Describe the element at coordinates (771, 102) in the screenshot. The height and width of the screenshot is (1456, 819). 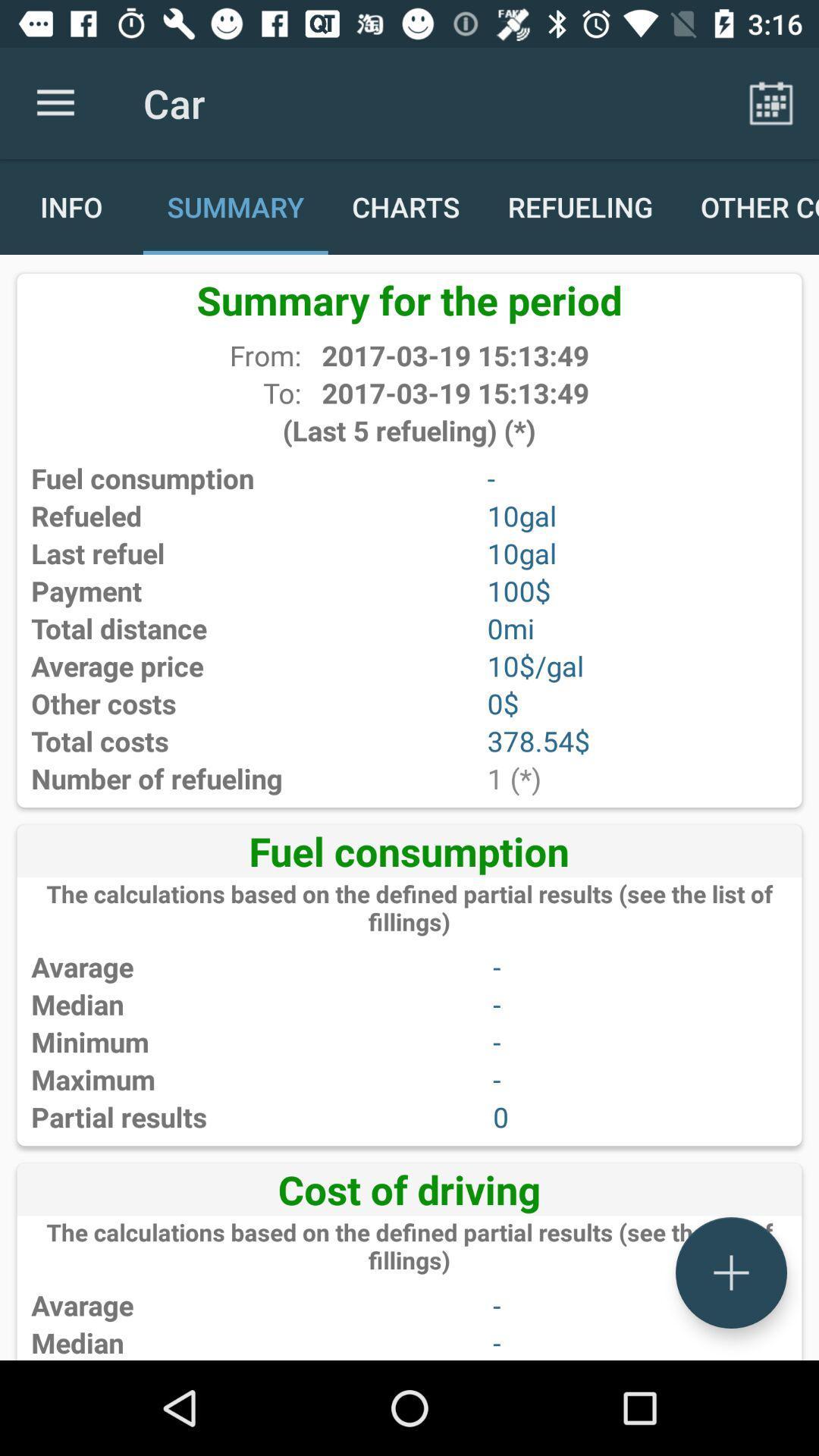
I see `the item next to car app` at that location.